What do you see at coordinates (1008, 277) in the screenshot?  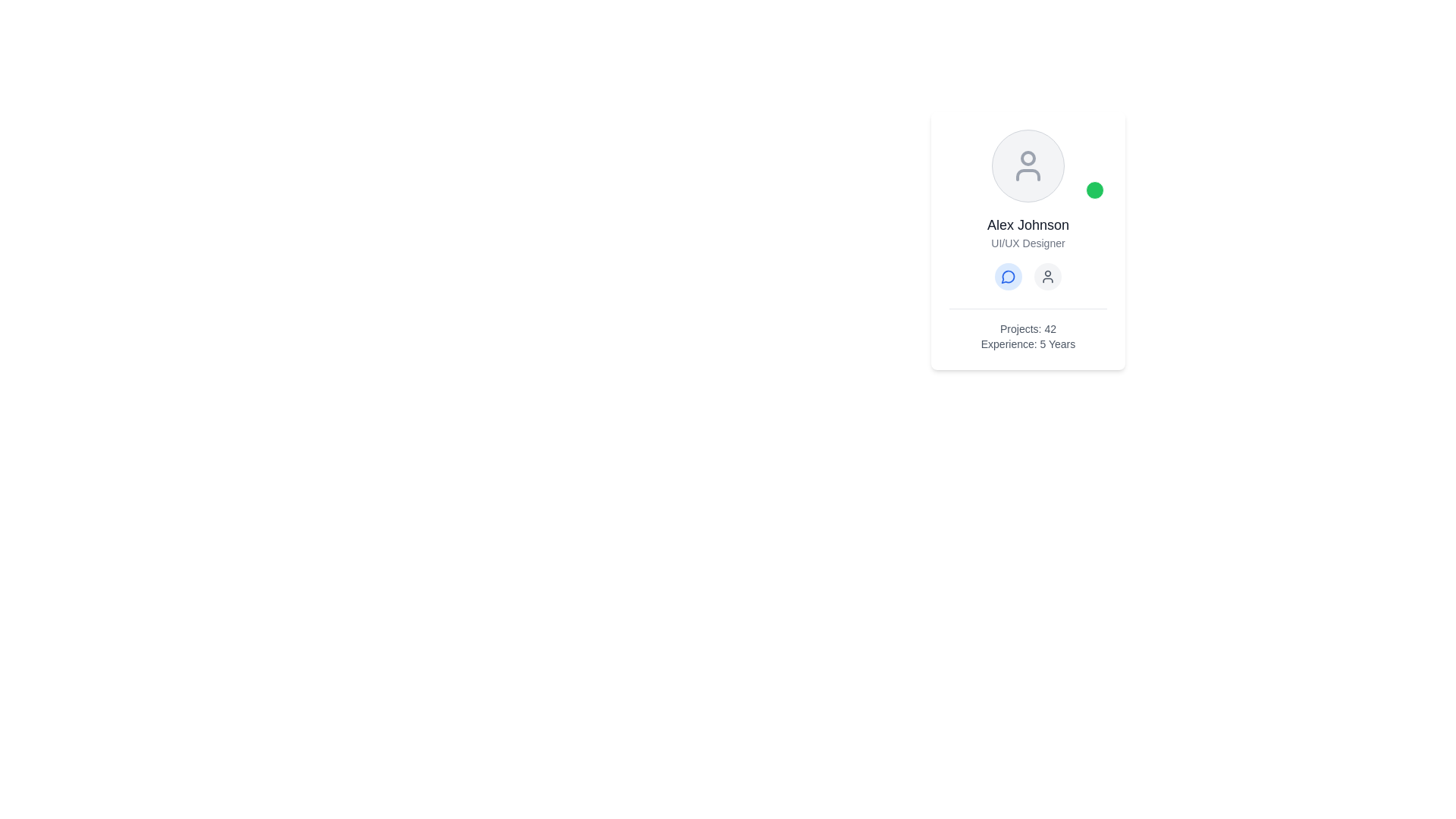 I see `the circular light blue button with a chat bubble icon to interact` at bounding box center [1008, 277].